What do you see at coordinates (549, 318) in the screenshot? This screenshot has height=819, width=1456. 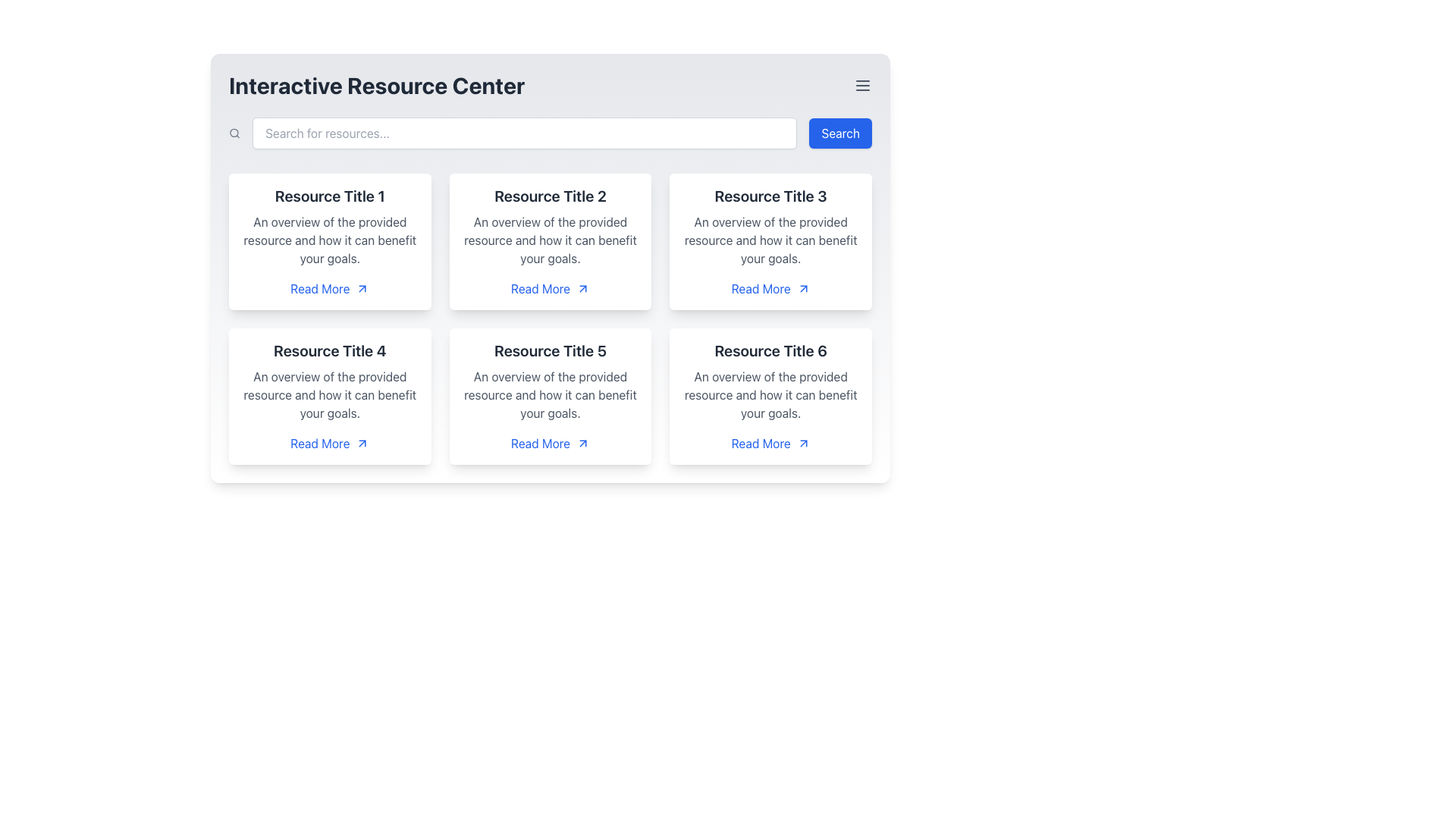 I see `the card in the center of the 3x2 grid within the 'Interactive Resource Center'` at bounding box center [549, 318].